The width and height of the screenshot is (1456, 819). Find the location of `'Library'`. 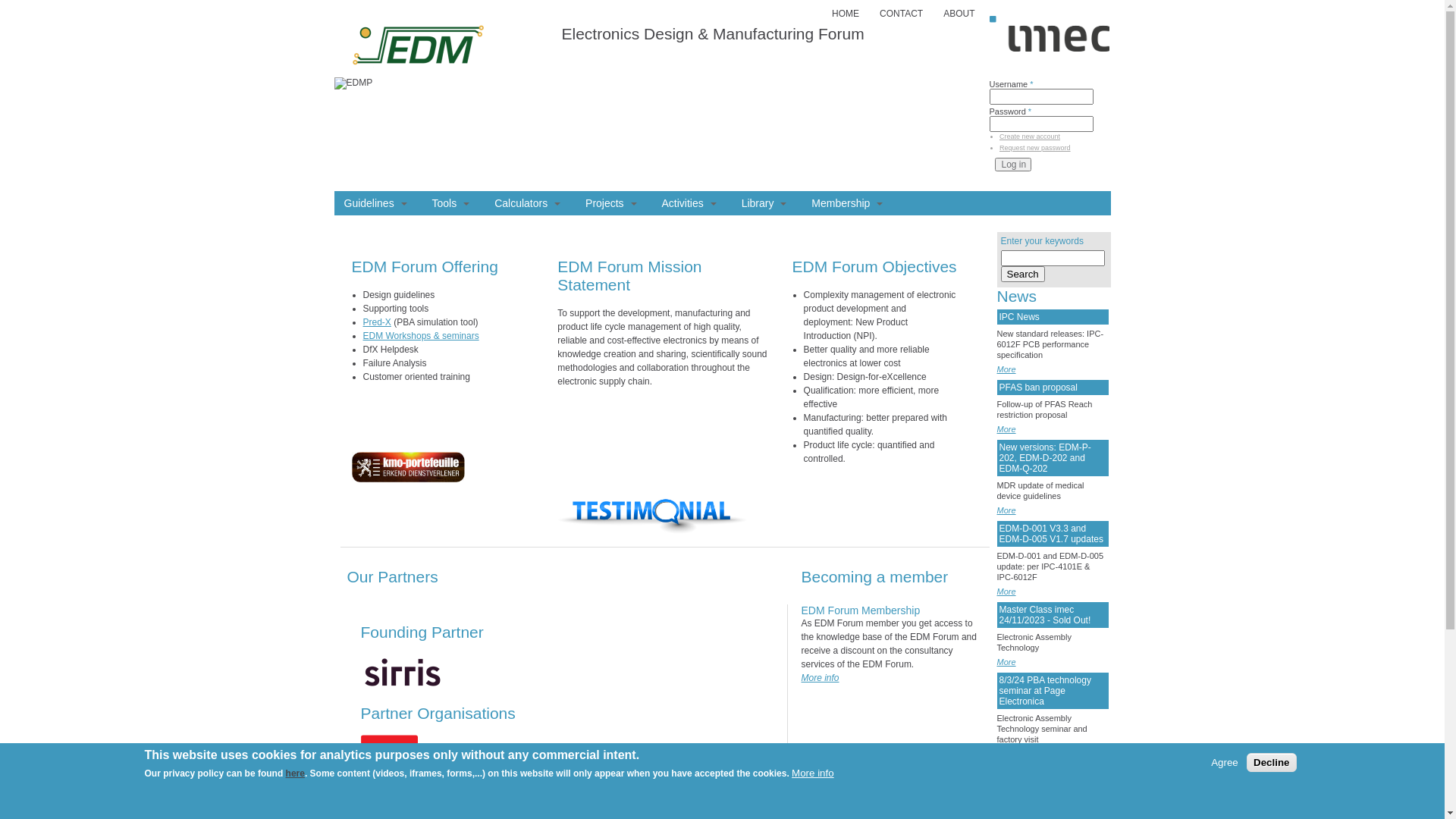

'Library' is located at coordinates (734, 202).